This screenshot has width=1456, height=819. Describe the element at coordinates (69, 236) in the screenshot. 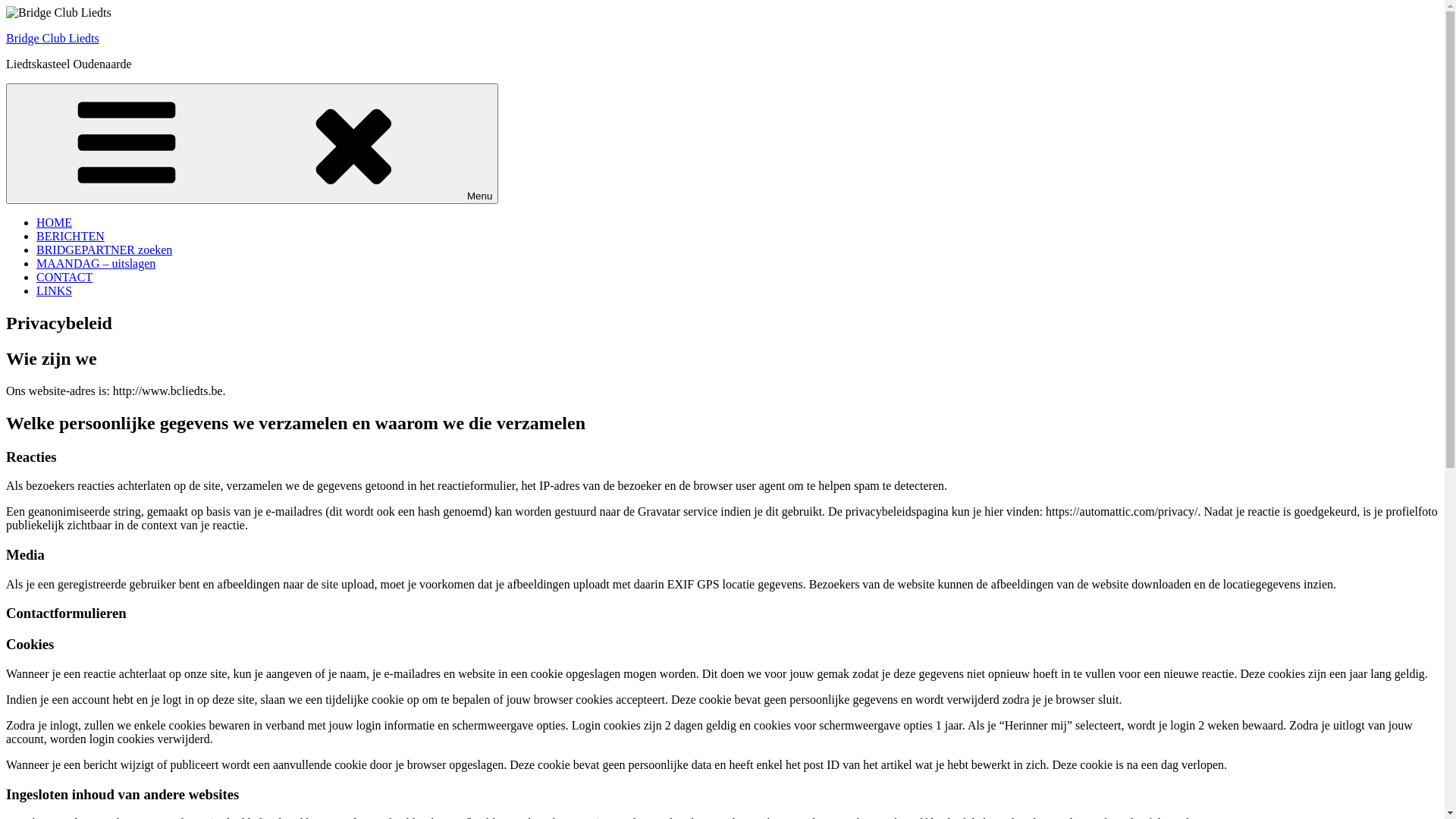

I see `'BERICHTEN'` at that location.